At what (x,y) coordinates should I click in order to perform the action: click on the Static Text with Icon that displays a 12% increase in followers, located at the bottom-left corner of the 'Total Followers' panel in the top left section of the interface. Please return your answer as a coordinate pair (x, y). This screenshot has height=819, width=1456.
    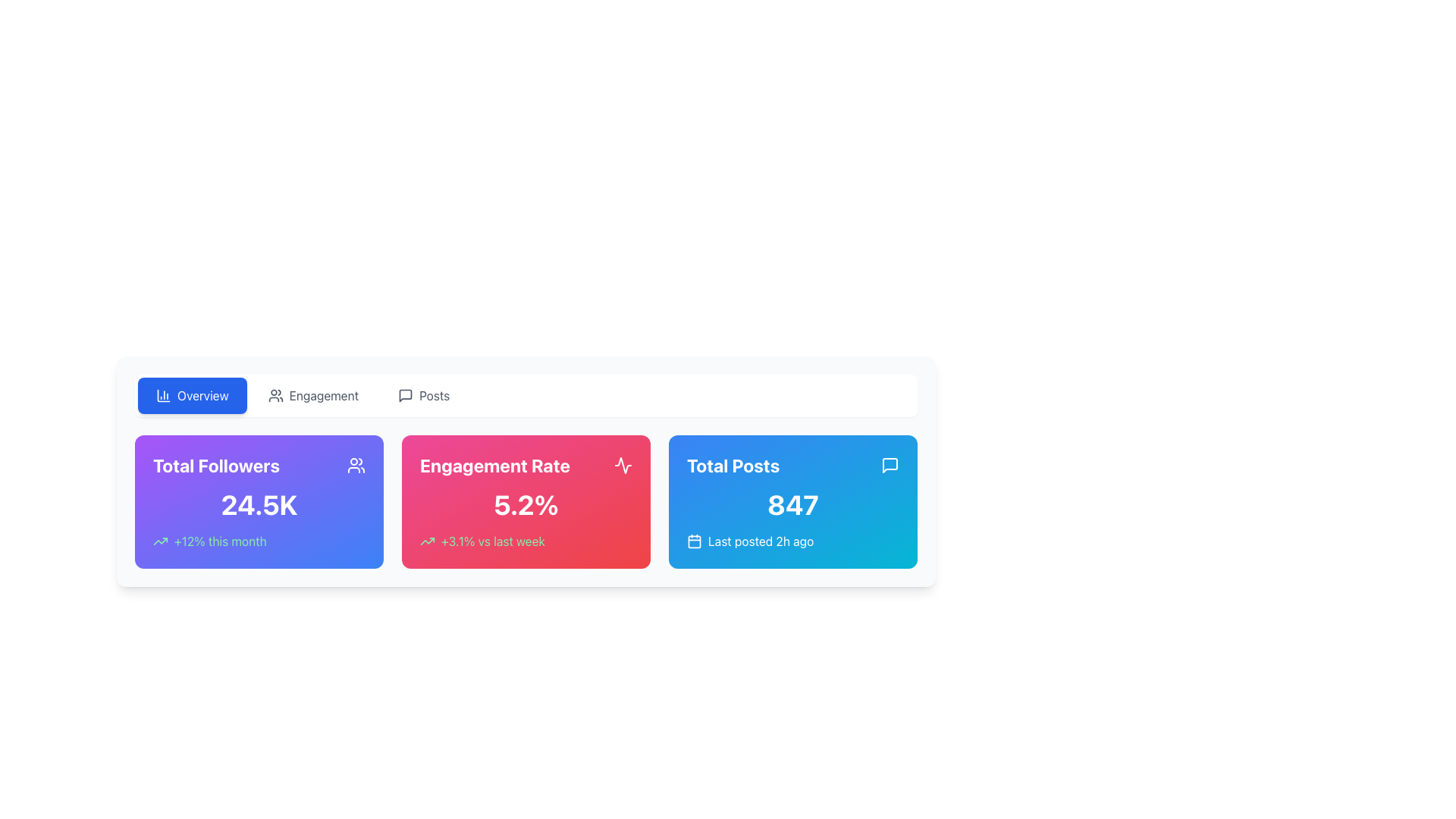
    Looking at the image, I should click on (259, 540).